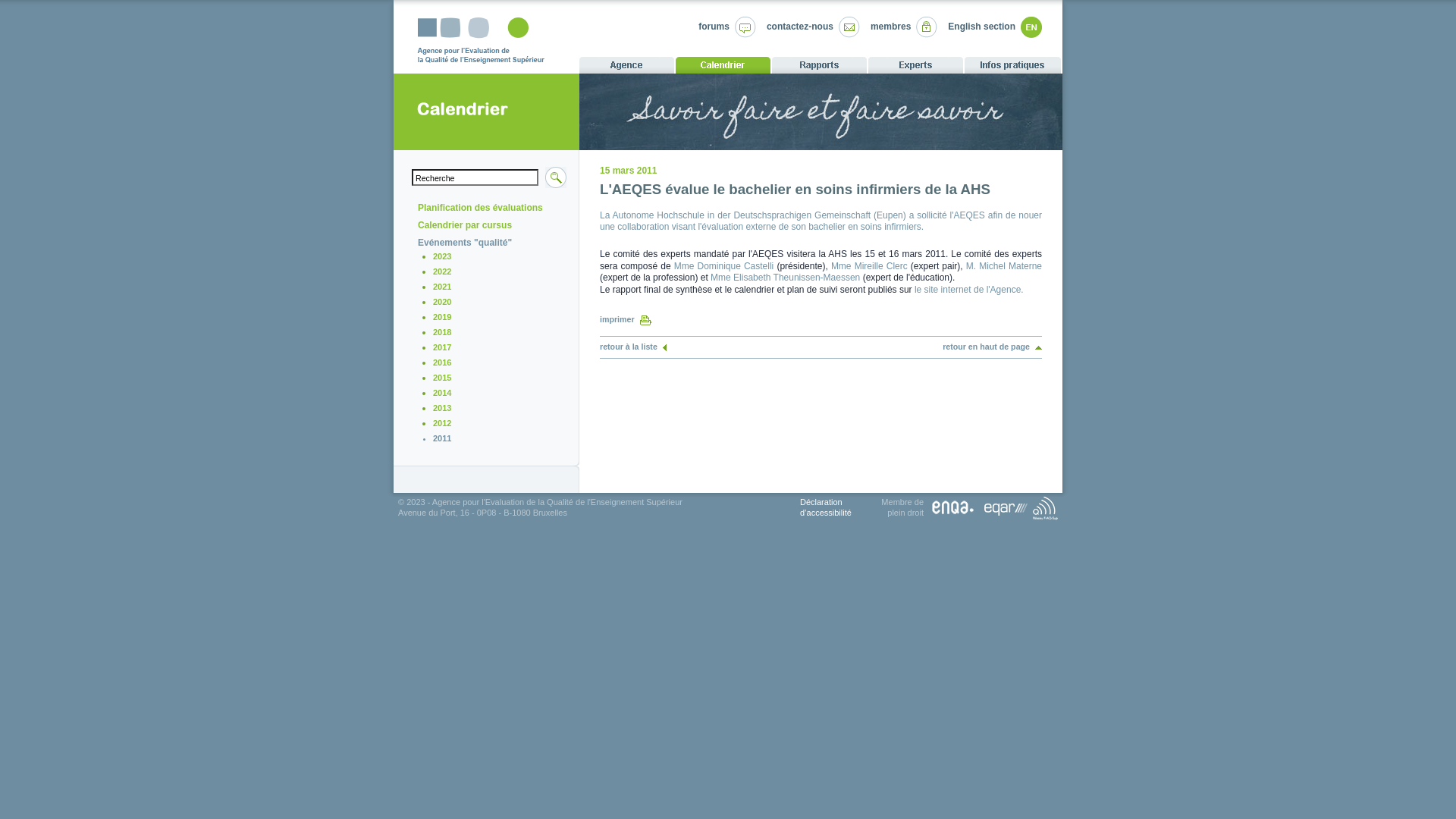 The width and height of the screenshot is (1456, 819). Describe the element at coordinates (992, 346) in the screenshot. I see `'retour en haut de page'` at that location.